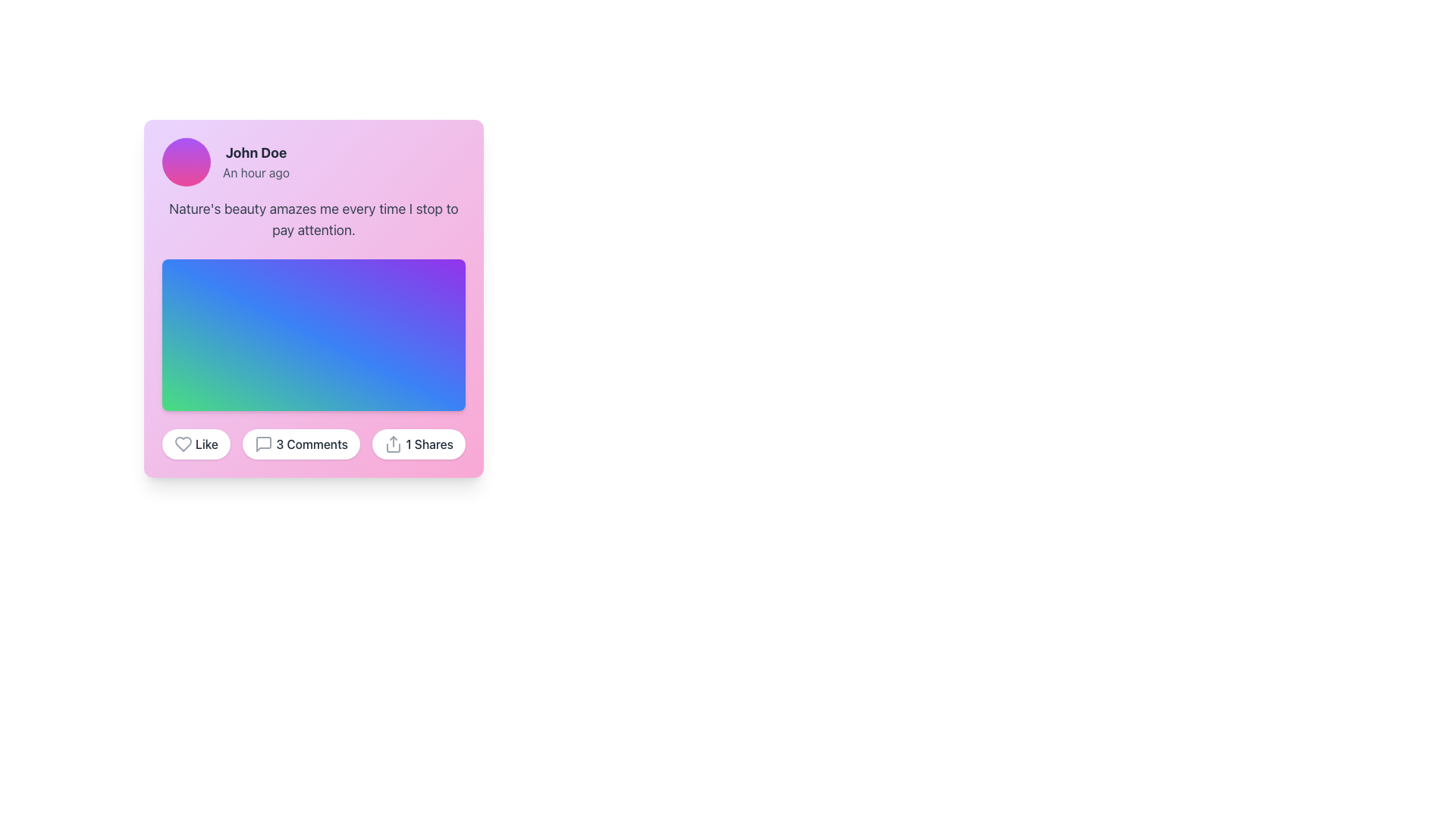 This screenshot has height=819, width=1456. Describe the element at coordinates (312, 162) in the screenshot. I see `the User Info Panel located at the top of the card component, which displays the user's profile and posting time` at that location.